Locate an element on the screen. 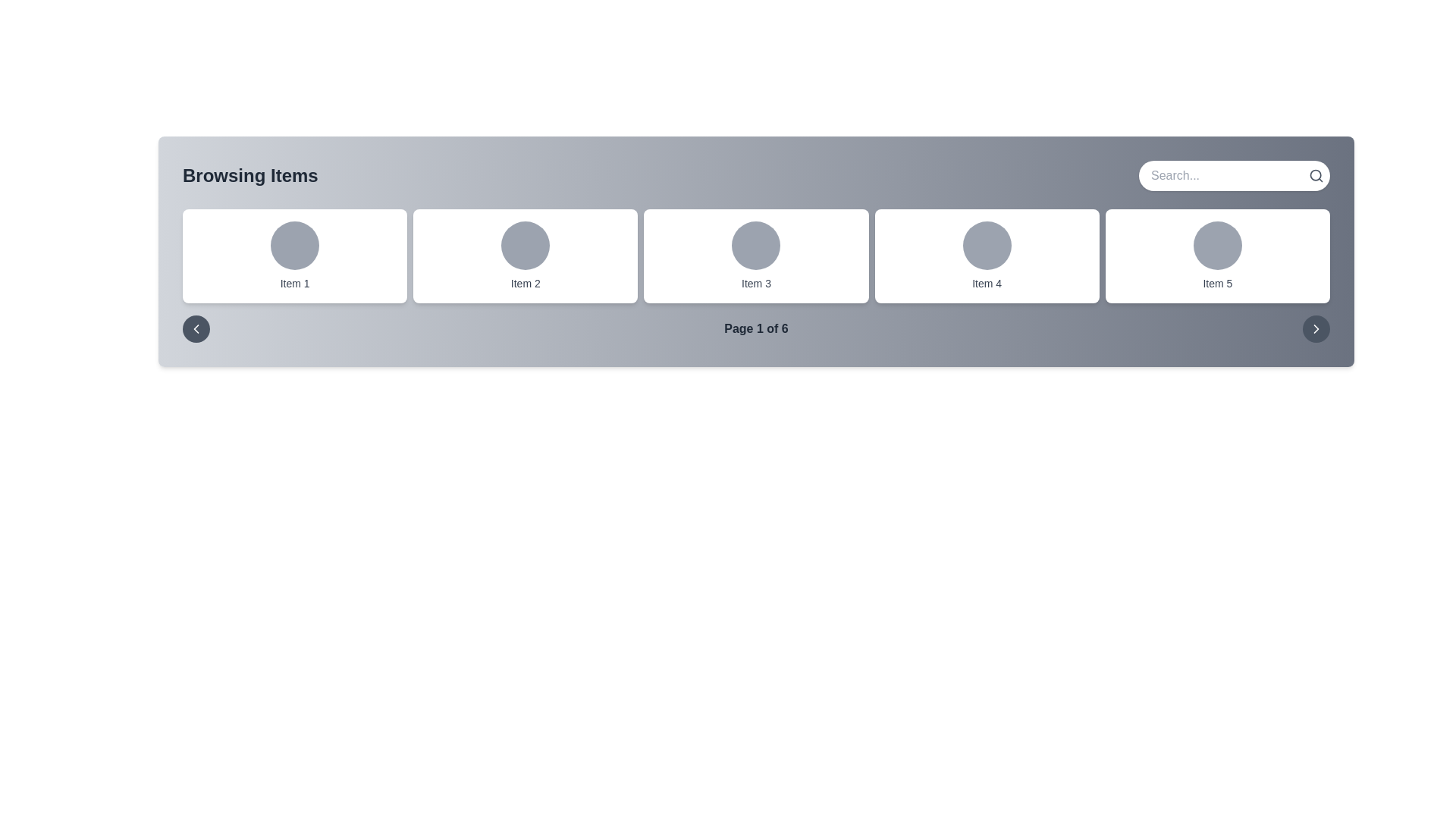 This screenshot has width=1456, height=819. the right-facing chevron arrow icon inside the circular navigation button at the bottom-right corner of the panel is located at coordinates (1316, 328).